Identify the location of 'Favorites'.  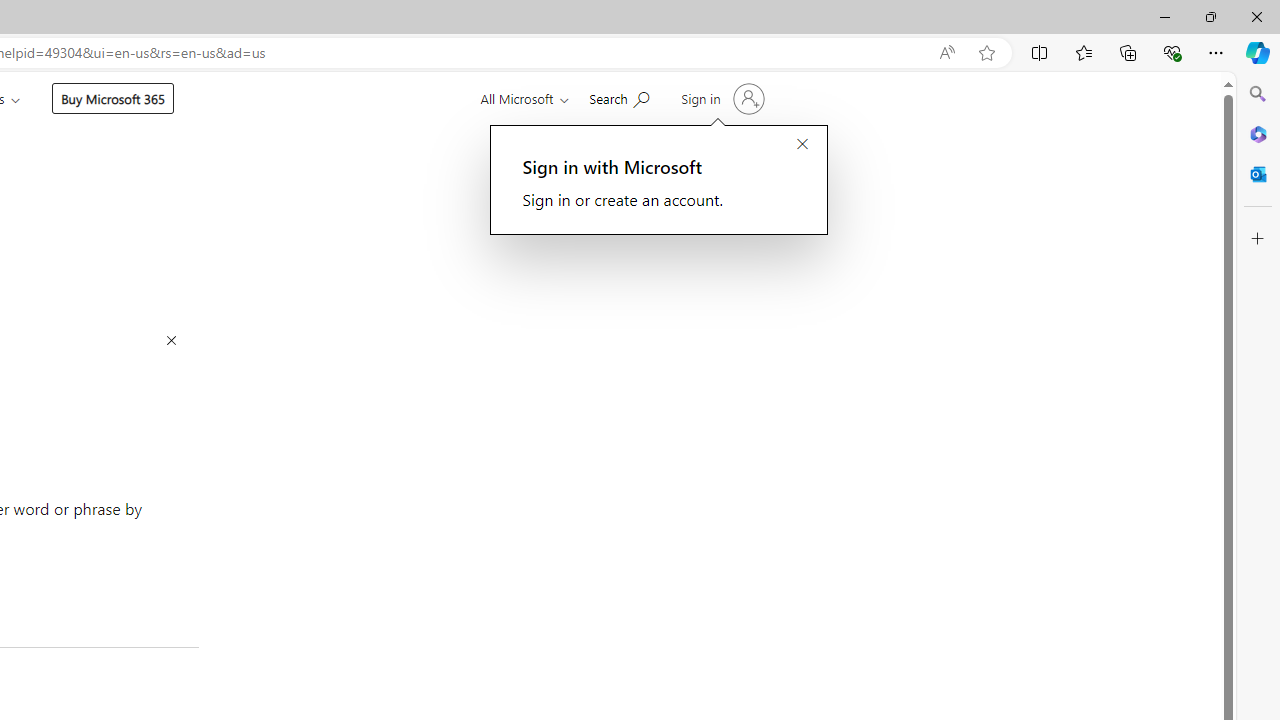
(1082, 51).